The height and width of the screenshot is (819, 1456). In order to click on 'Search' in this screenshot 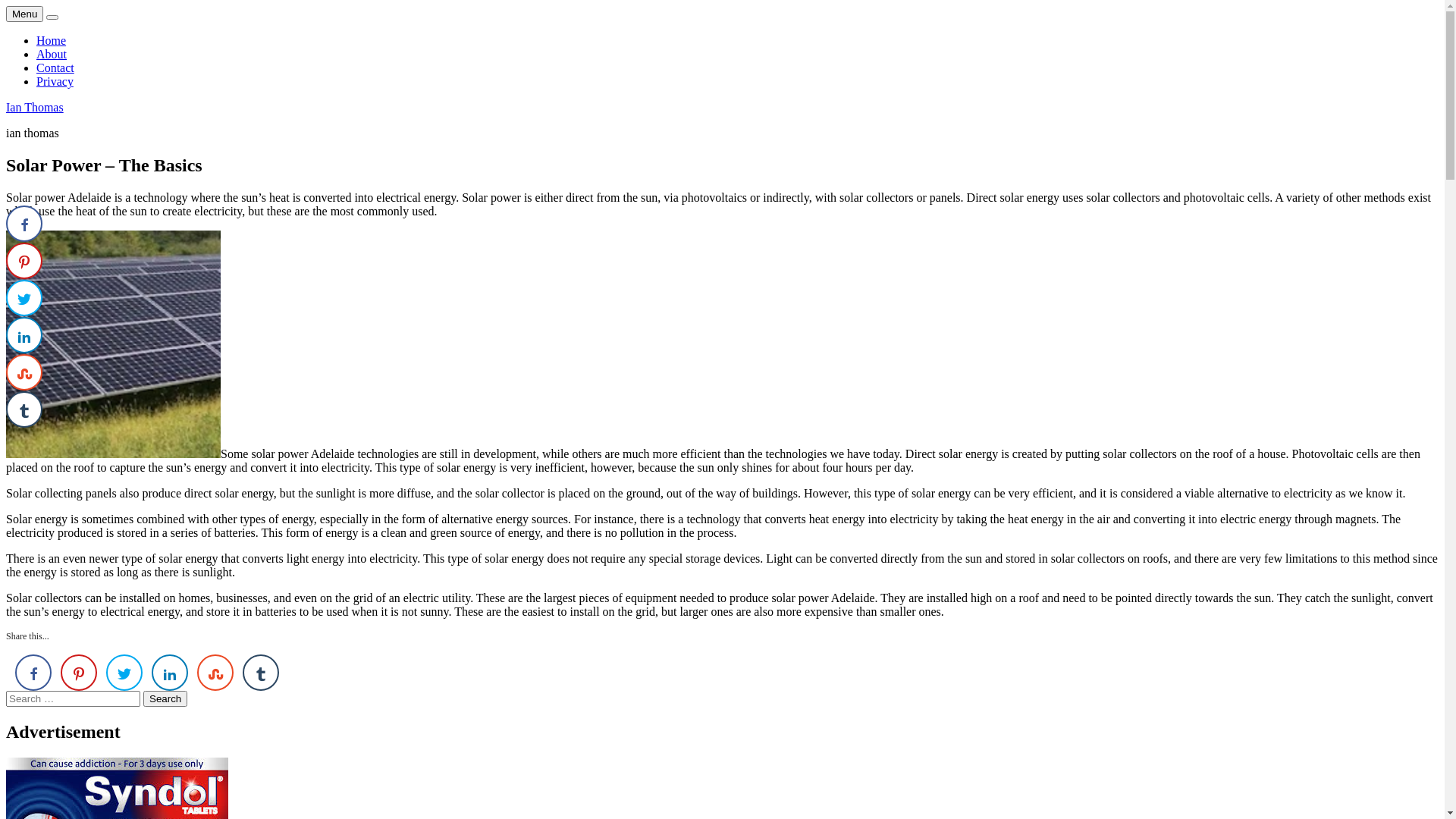, I will do `click(143, 698)`.